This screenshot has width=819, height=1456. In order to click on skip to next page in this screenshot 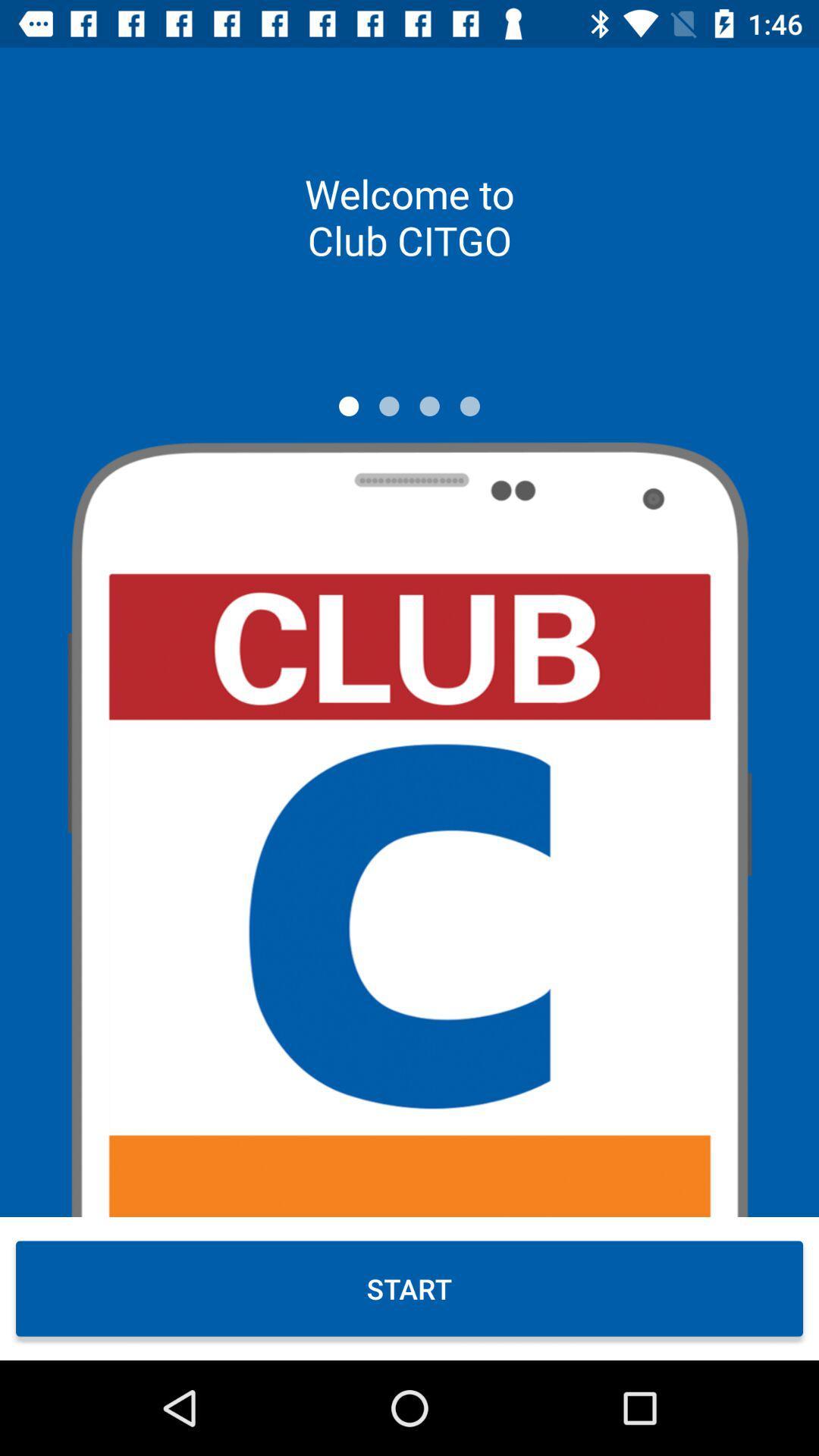, I will do `click(388, 406)`.